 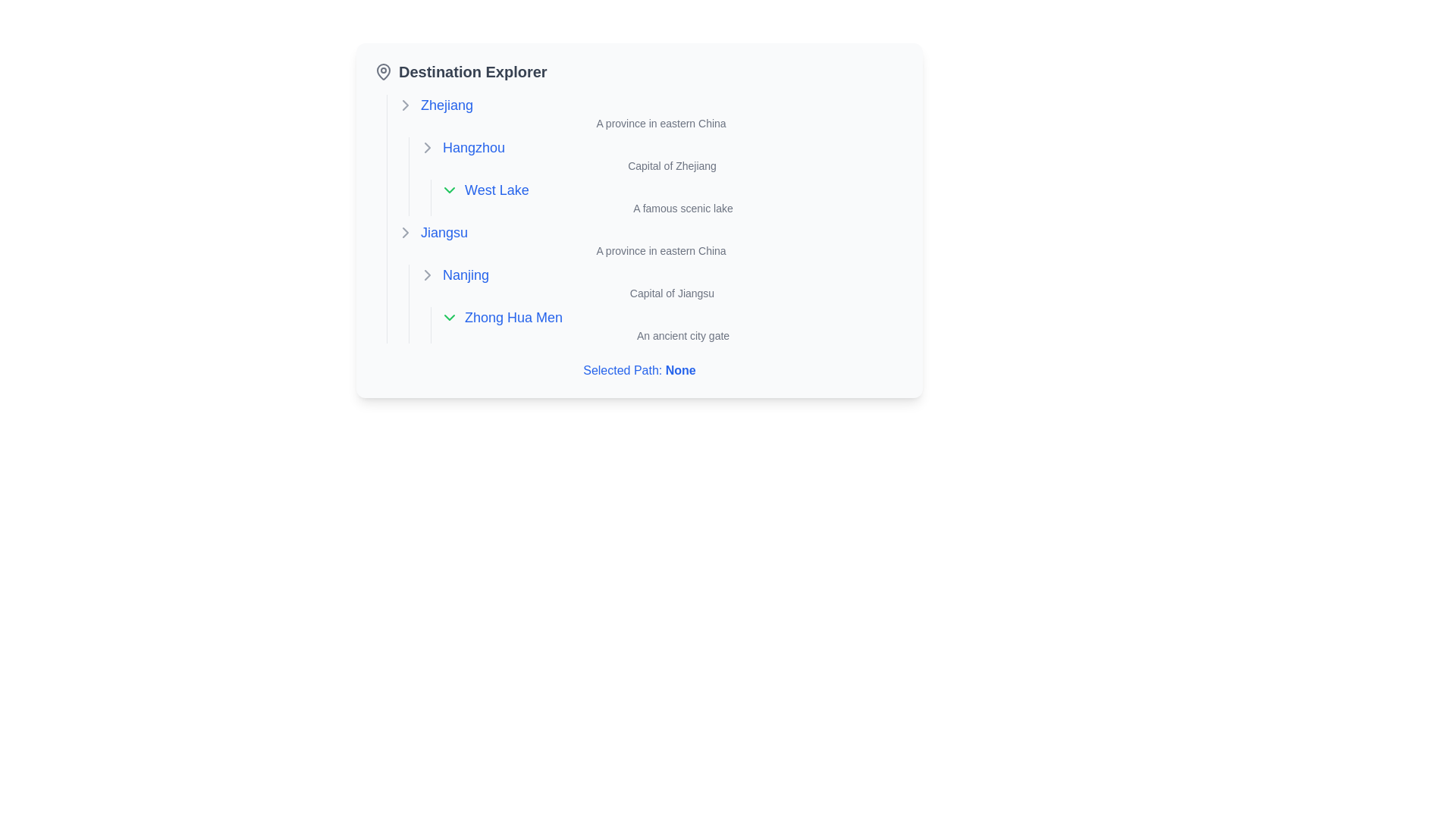 I want to click on the right-facing chevron icon located before the text label 'Hangzhou', so click(x=427, y=148).